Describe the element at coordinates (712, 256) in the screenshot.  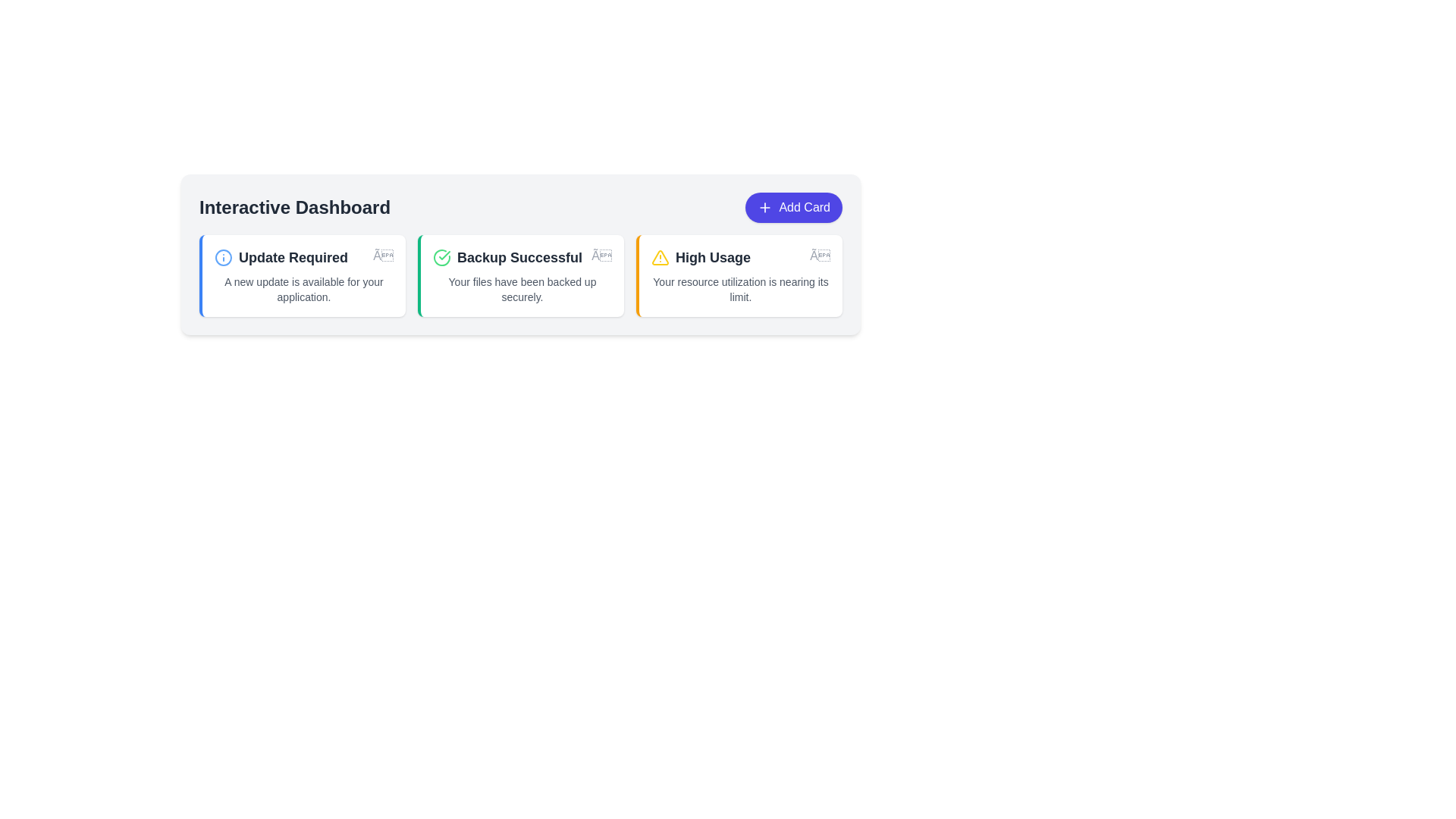
I see `the title text element of the notification card that indicates resource usage nearing its limit, located in the third card from the left within a row of notification cards` at that location.